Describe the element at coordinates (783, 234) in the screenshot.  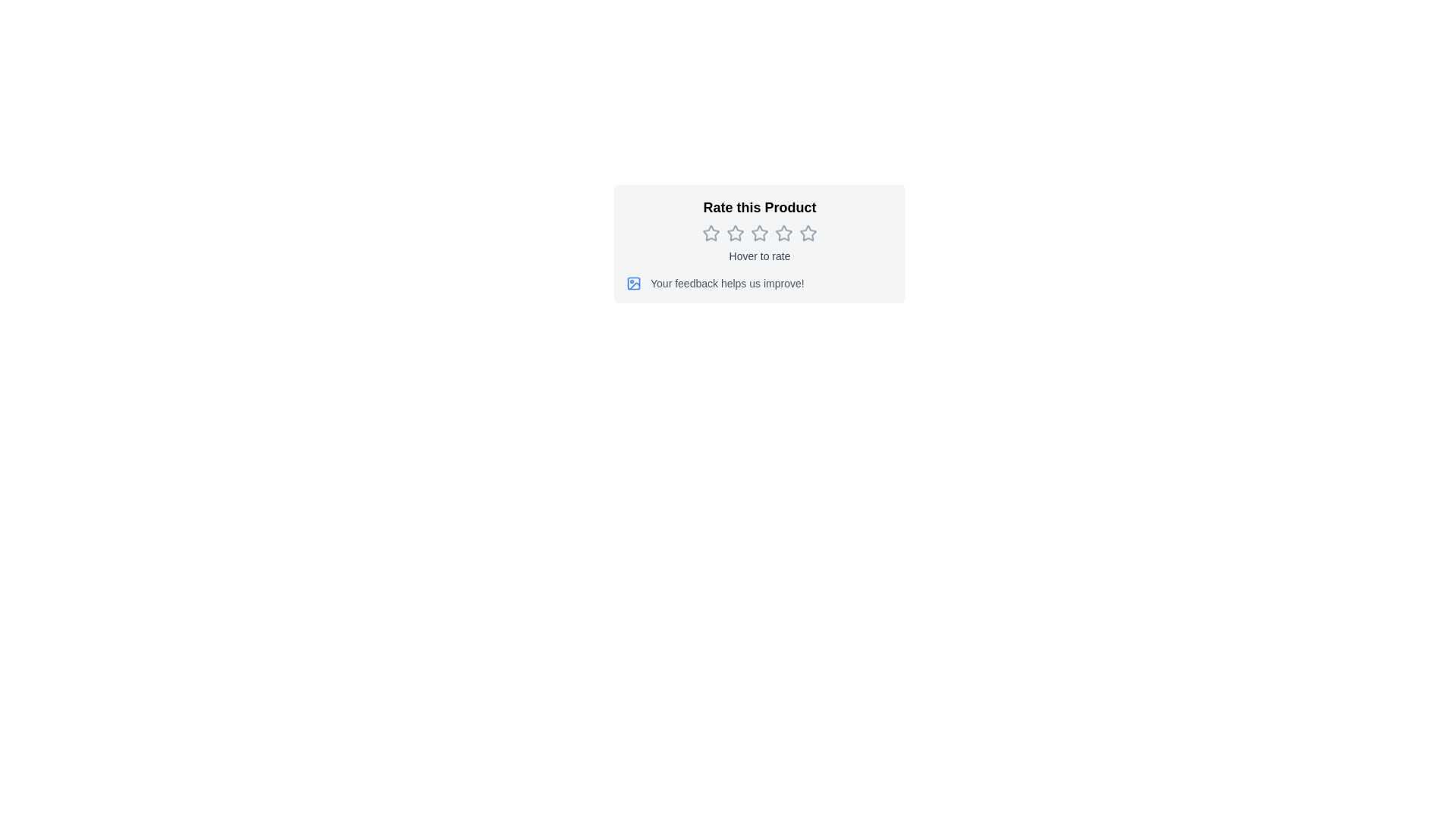
I see `the fourth star icon in the rating system` at that location.